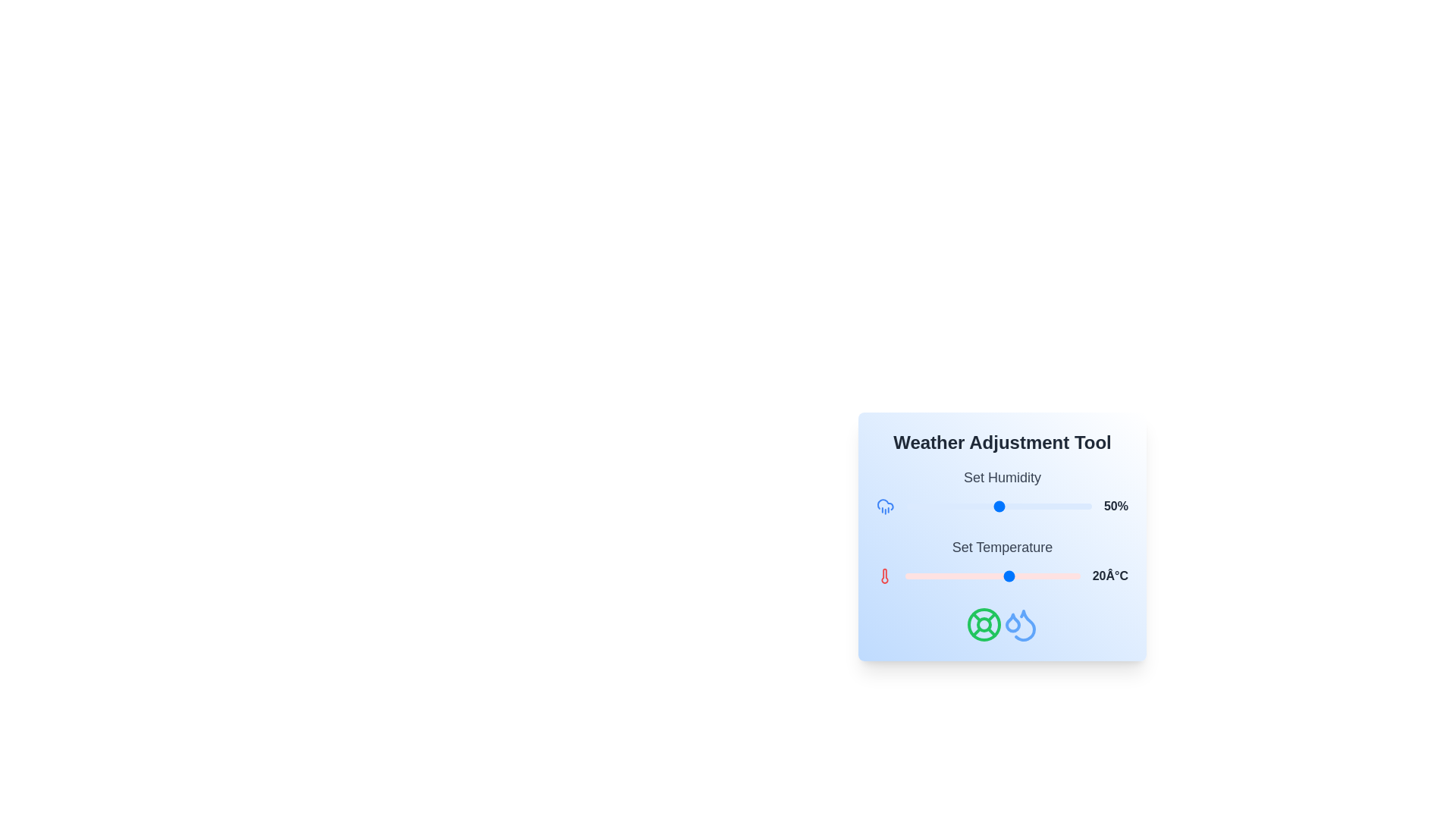 Image resolution: width=1456 pixels, height=819 pixels. Describe the element at coordinates (941, 506) in the screenshot. I see `the humidity slider to 19%` at that location.